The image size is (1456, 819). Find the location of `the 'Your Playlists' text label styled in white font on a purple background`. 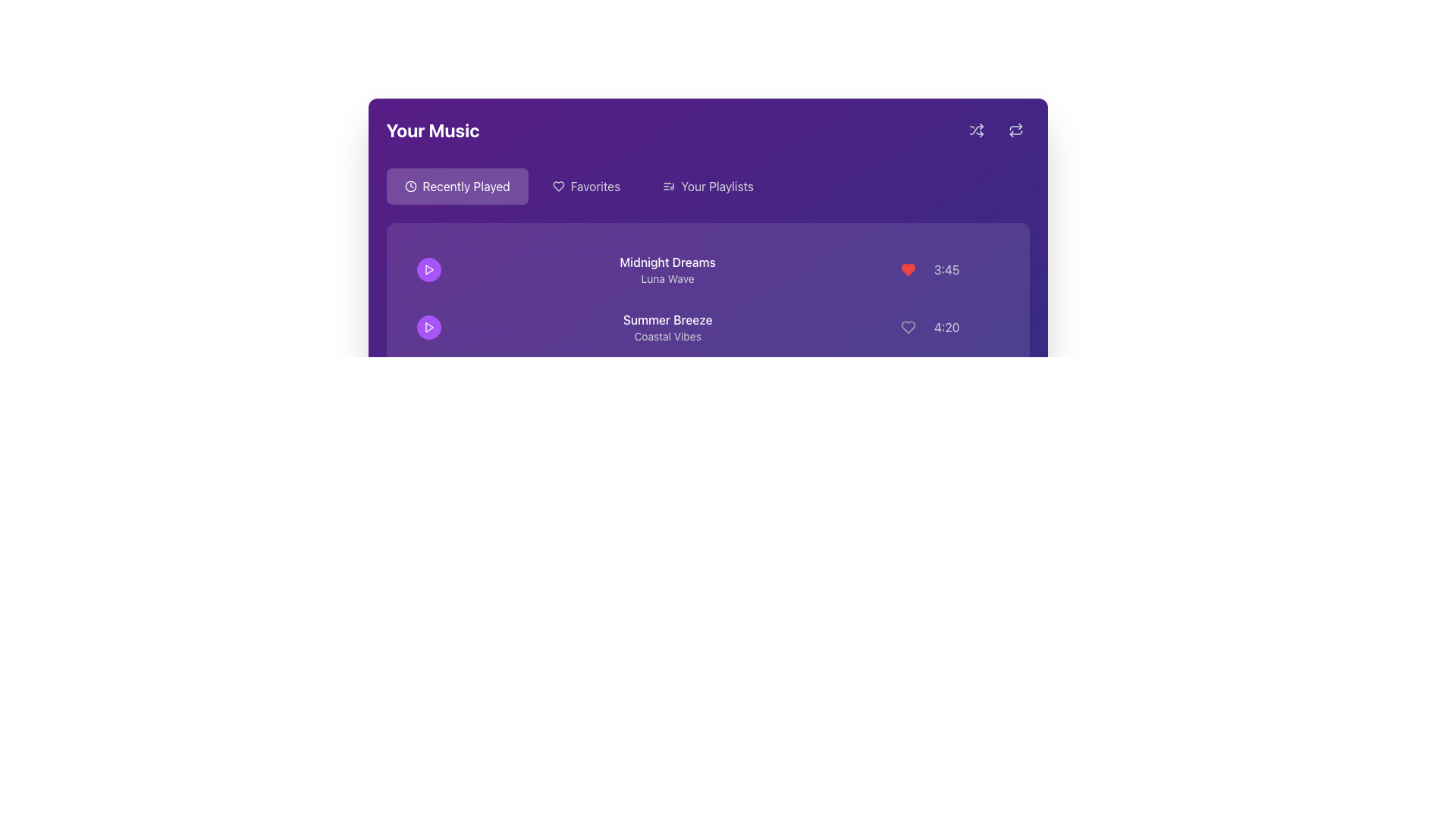

the 'Your Playlists' text label styled in white font on a purple background is located at coordinates (716, 186).